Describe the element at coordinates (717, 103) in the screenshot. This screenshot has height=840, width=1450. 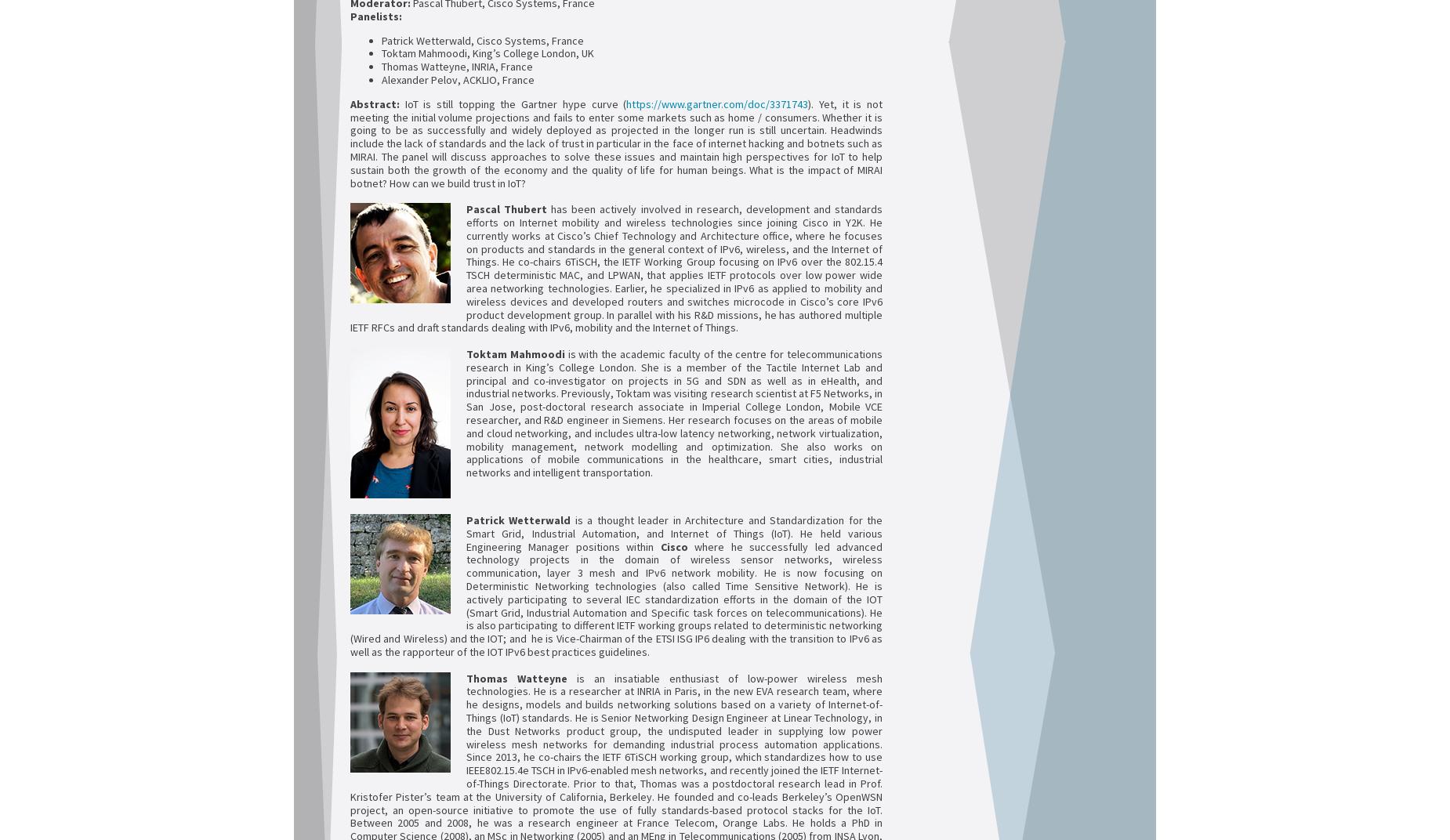
I see `'https://www.gartner.com/doc/3371743'` at that location.